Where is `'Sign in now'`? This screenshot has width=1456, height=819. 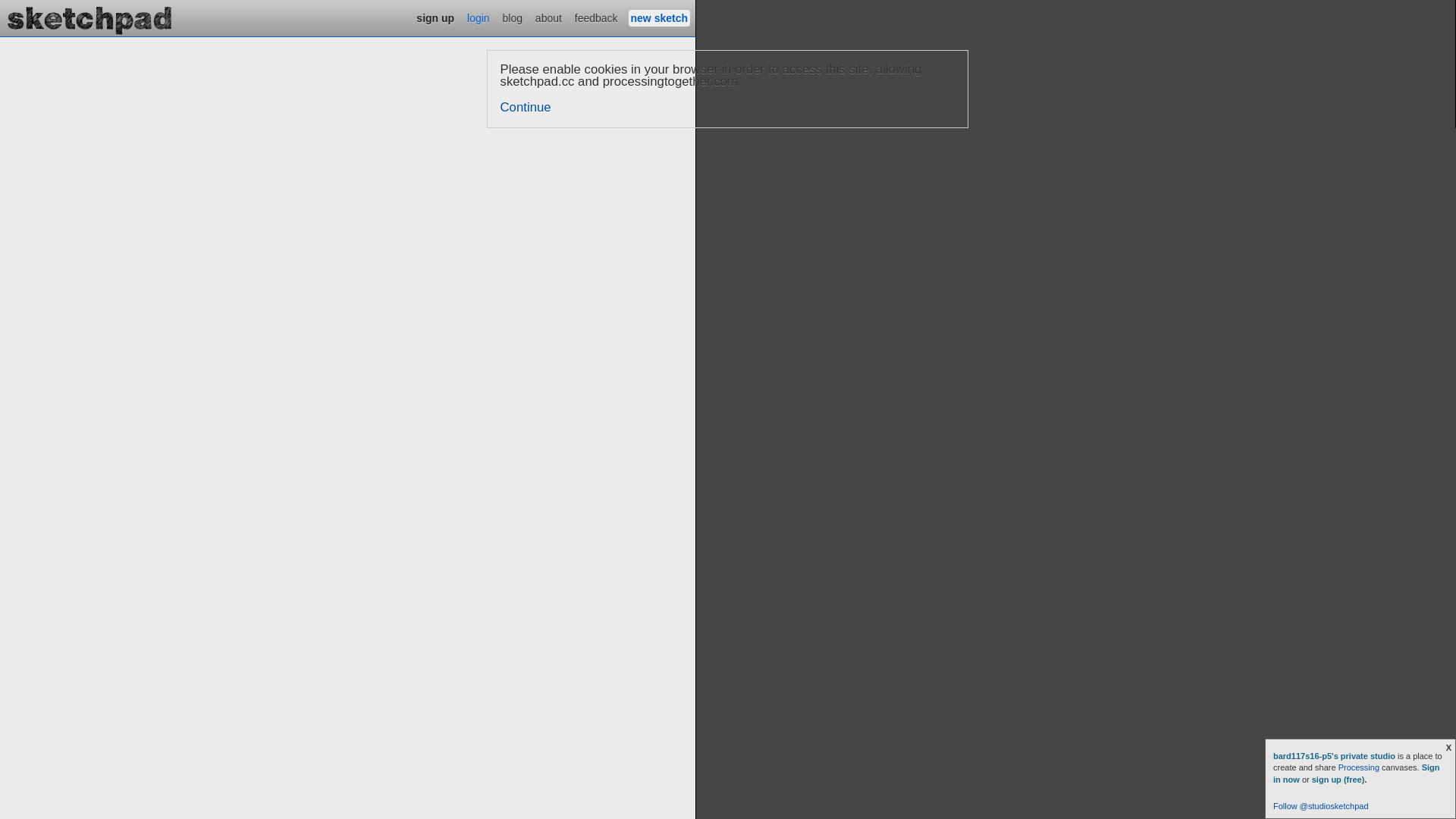 'Sign in now' is located at coordinates (1357, 773).